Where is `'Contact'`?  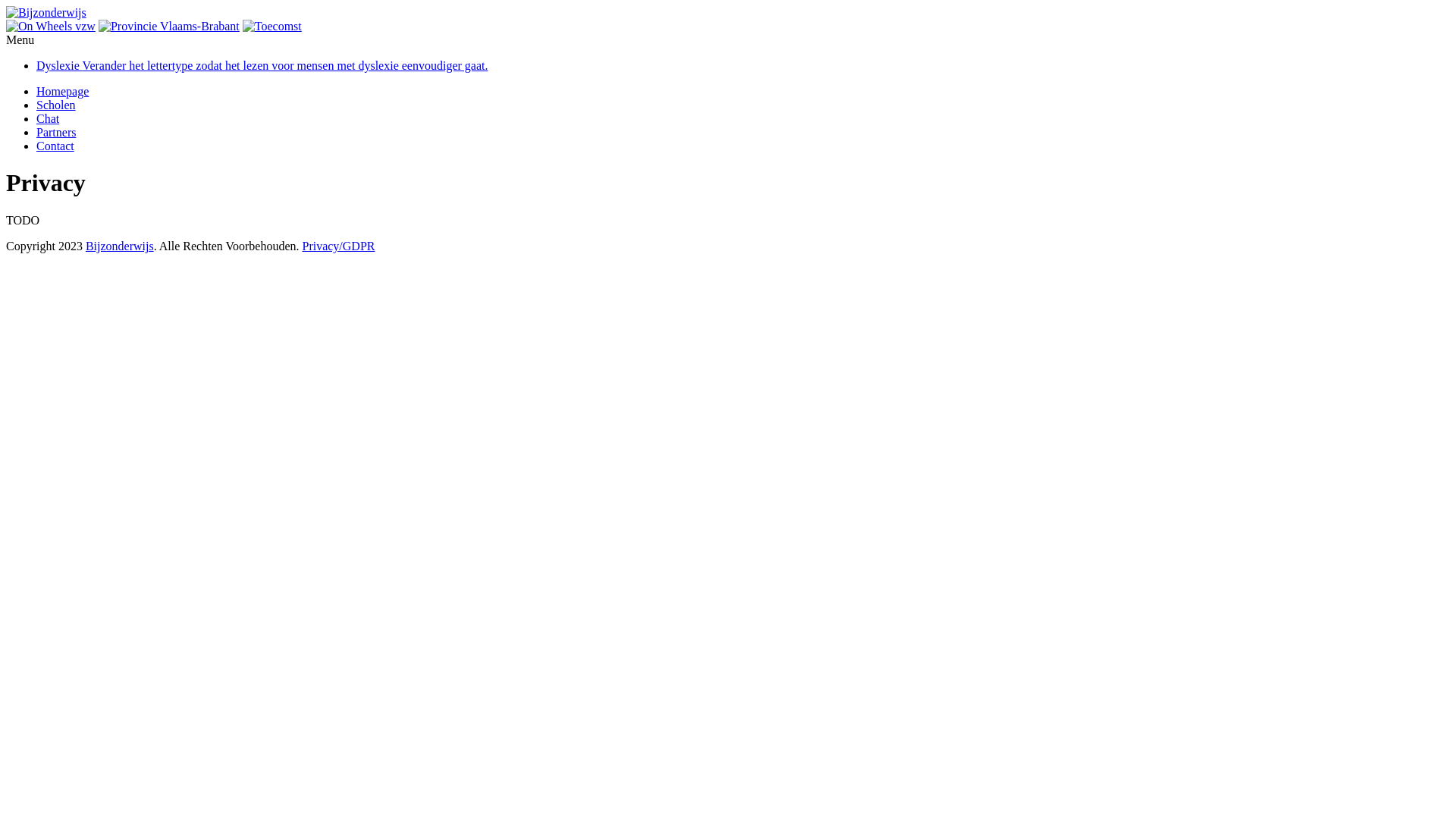 'Contact' is located at coordinates (55, 146).